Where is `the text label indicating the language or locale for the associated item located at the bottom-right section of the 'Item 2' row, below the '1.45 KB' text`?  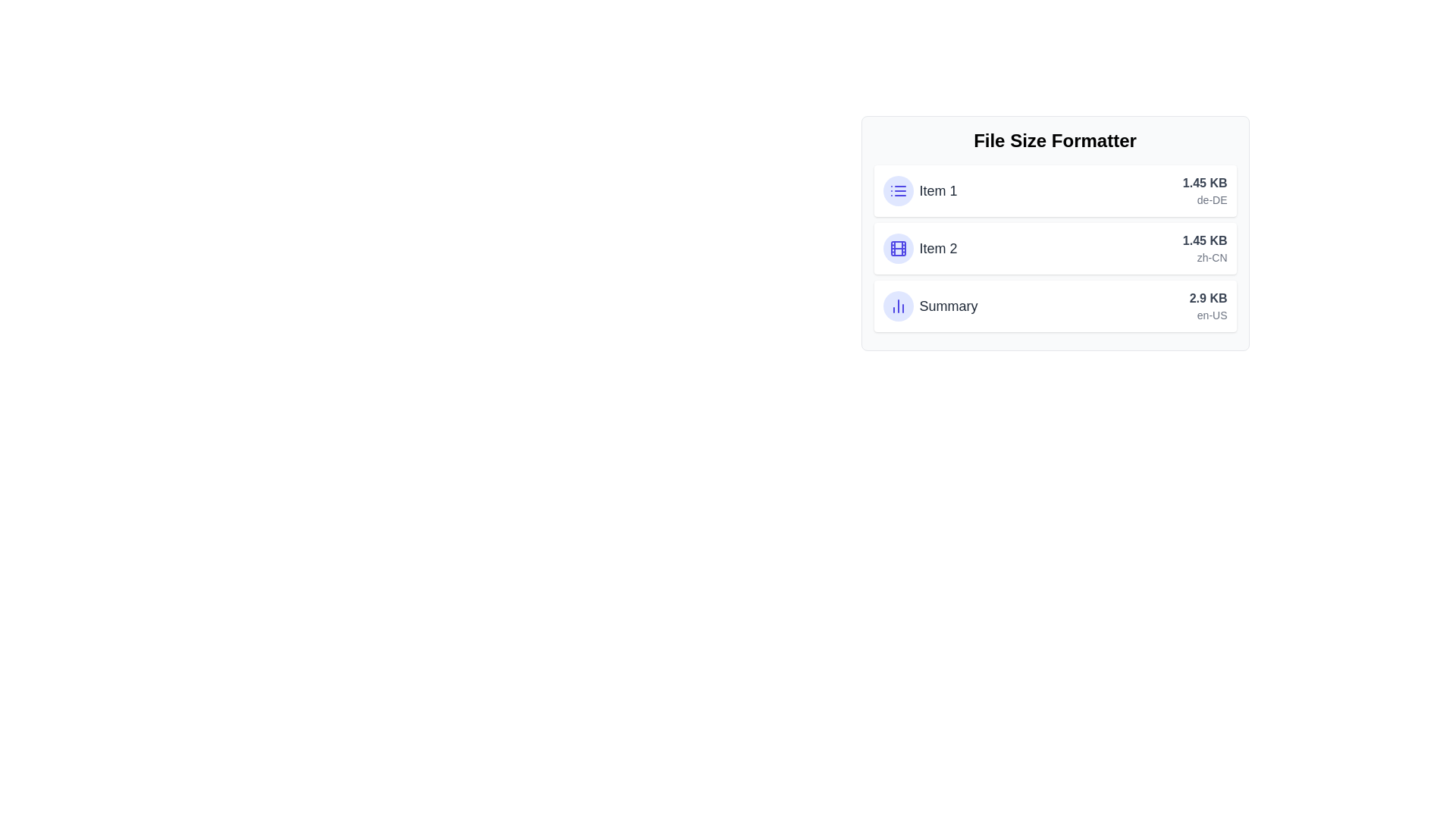 the text label indicating the language or locale for the associated item located at the bottom-right section of the 'Item 2' row, below the '1.45 KB' text is located at coordinates (1204, 256).